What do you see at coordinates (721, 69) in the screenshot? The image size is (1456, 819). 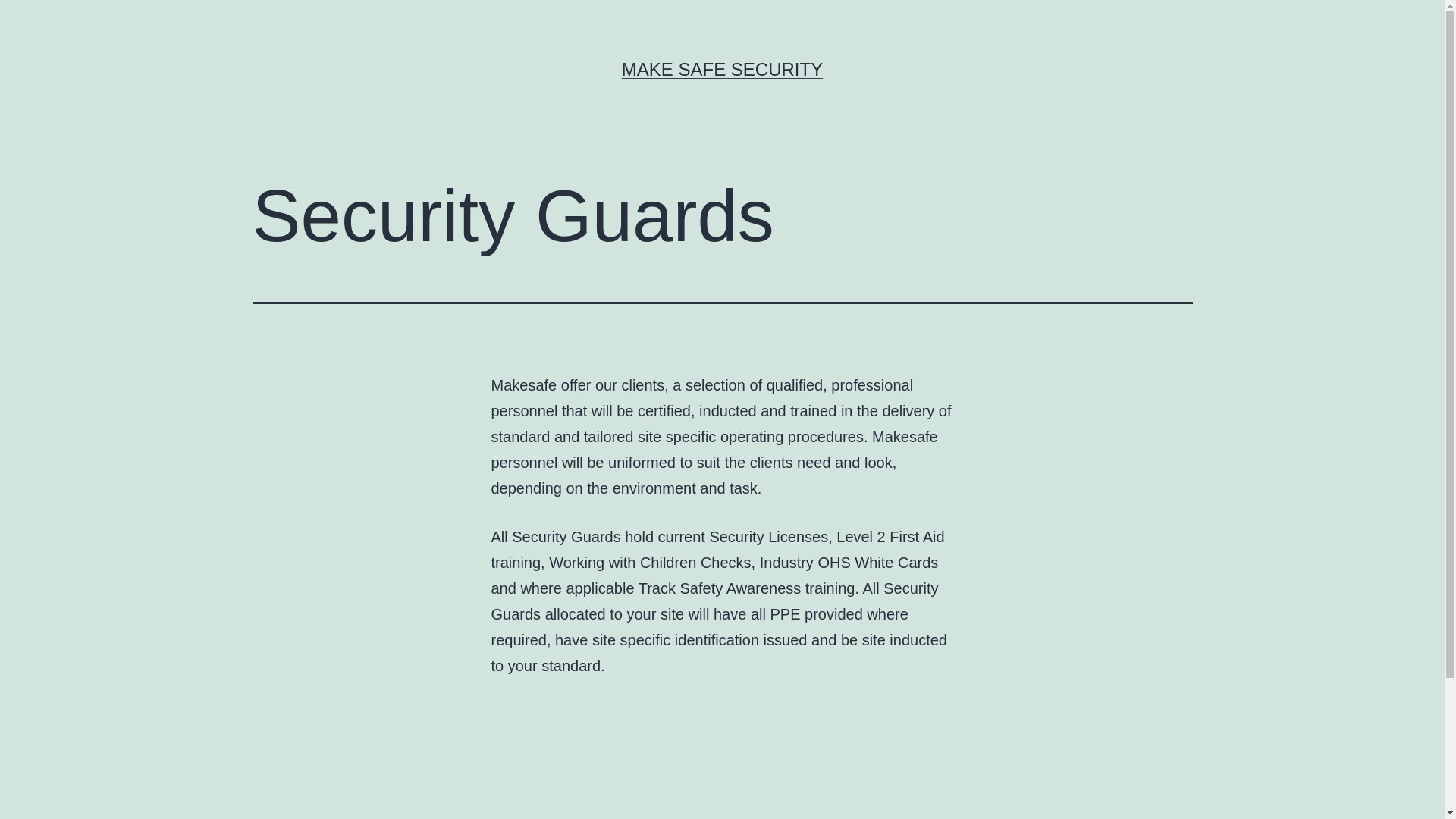 I see `'MAKE SAFE SECURITY'` at bounding box center [721, 69].